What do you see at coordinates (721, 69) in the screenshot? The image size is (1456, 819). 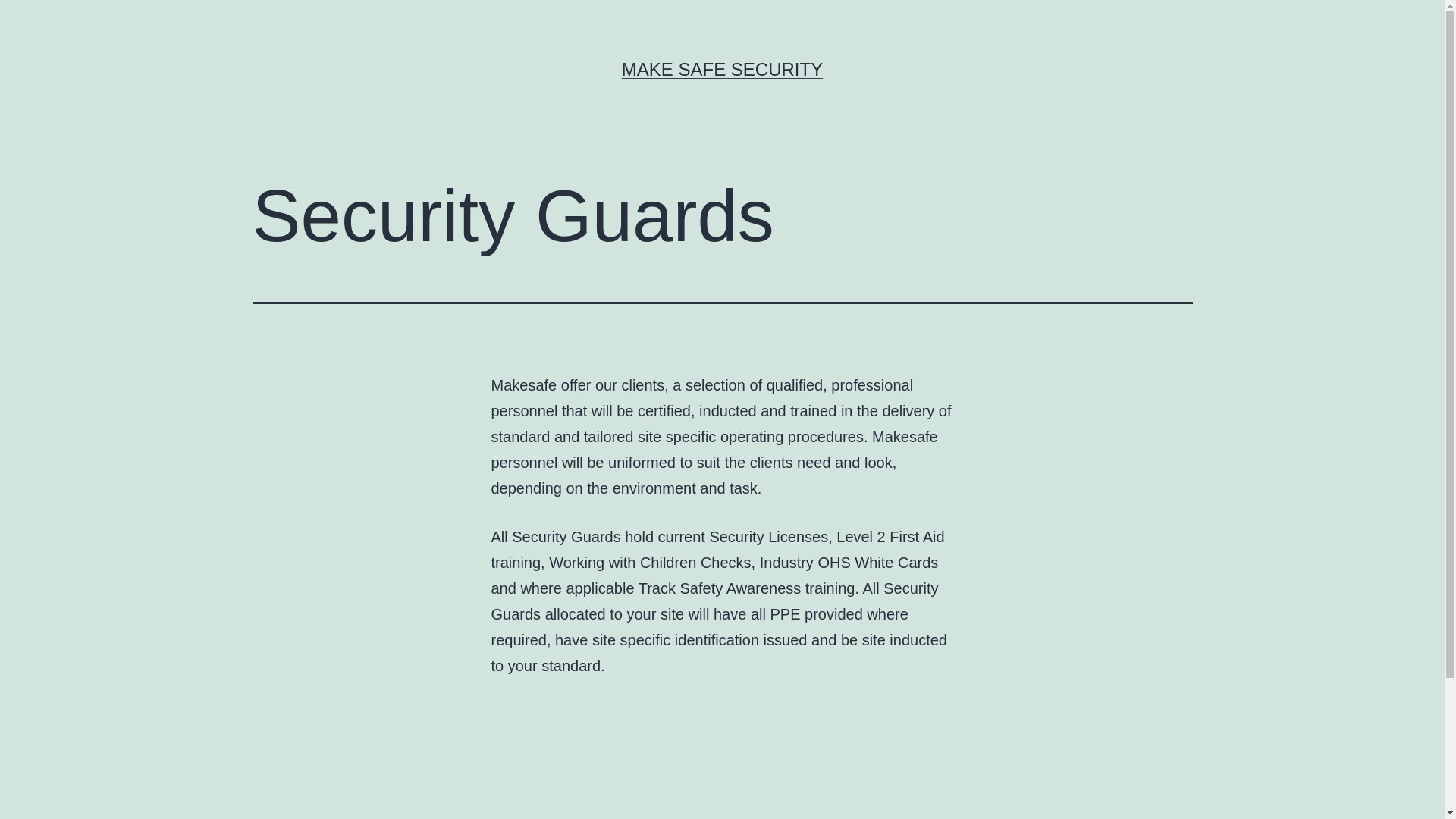 I see `'MAKE SAFE SECURITY'` at bounding box center [721, 69].